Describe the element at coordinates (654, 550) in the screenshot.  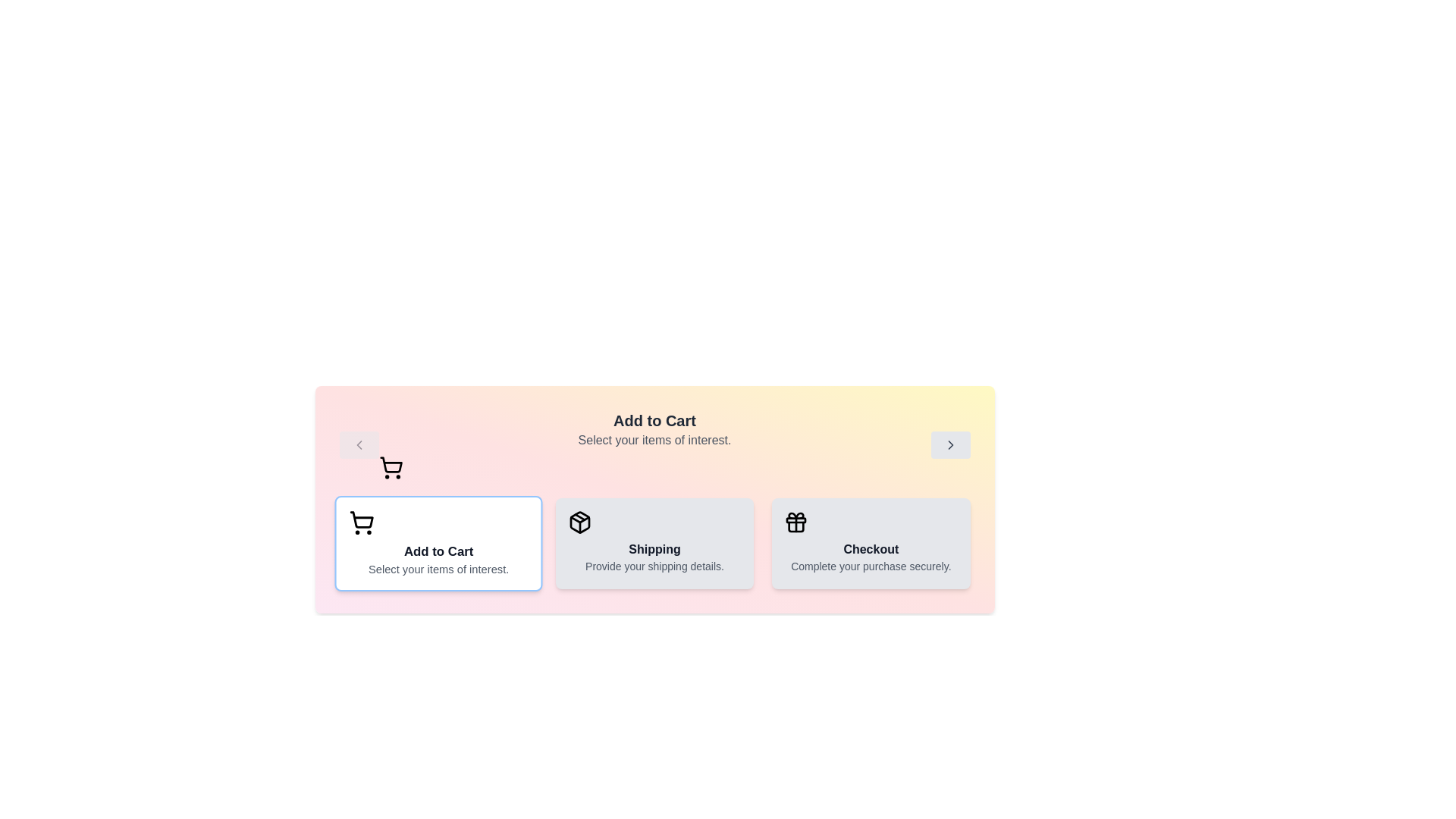
I see `the 'Shipping' text label which serves as an identifier for the shipping details card, located centrally within the second card of a three-card layout` at that location.